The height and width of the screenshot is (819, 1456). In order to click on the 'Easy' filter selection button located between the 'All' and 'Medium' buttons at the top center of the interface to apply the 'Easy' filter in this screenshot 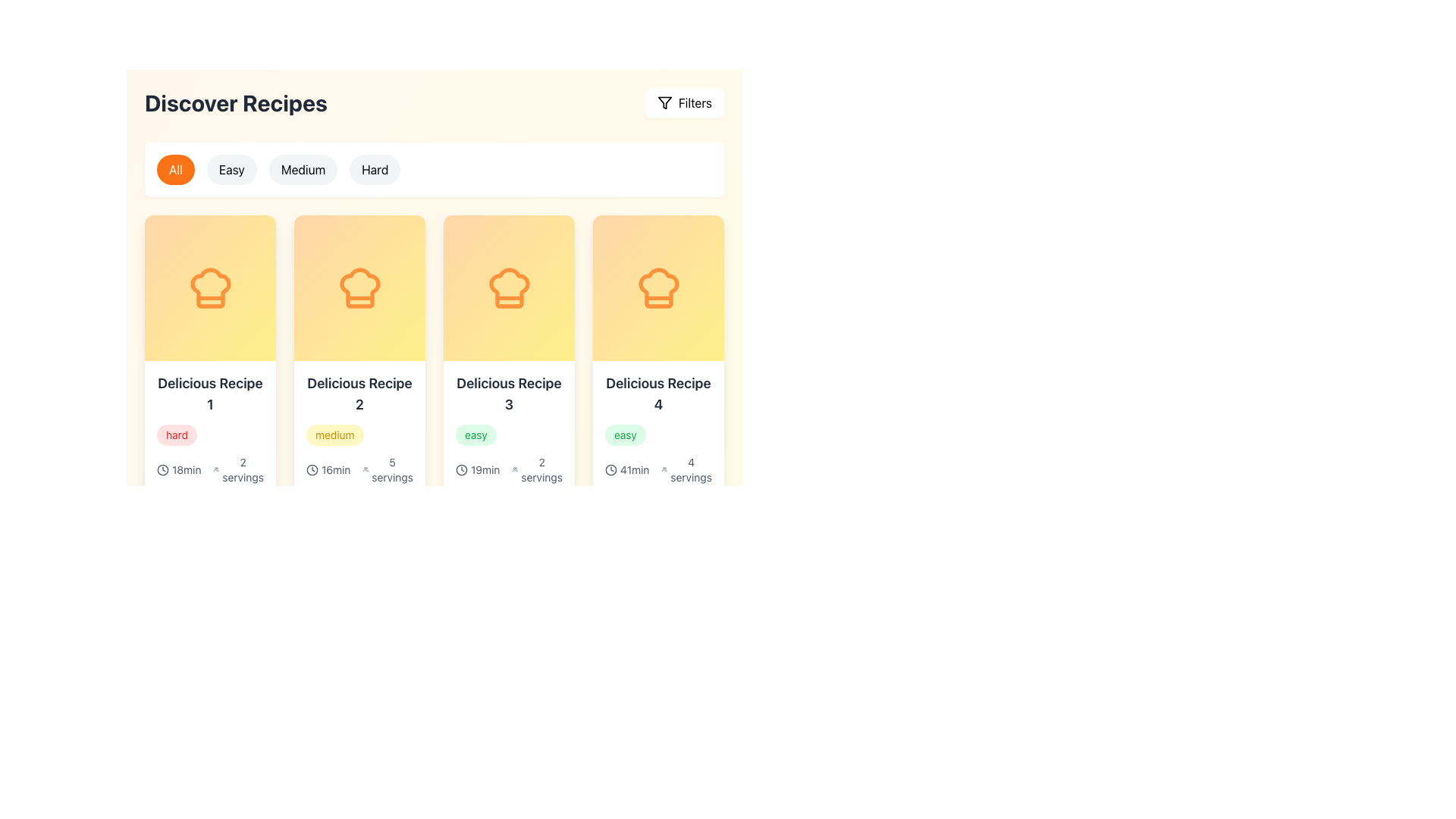, I will do `click(231, 169)`.